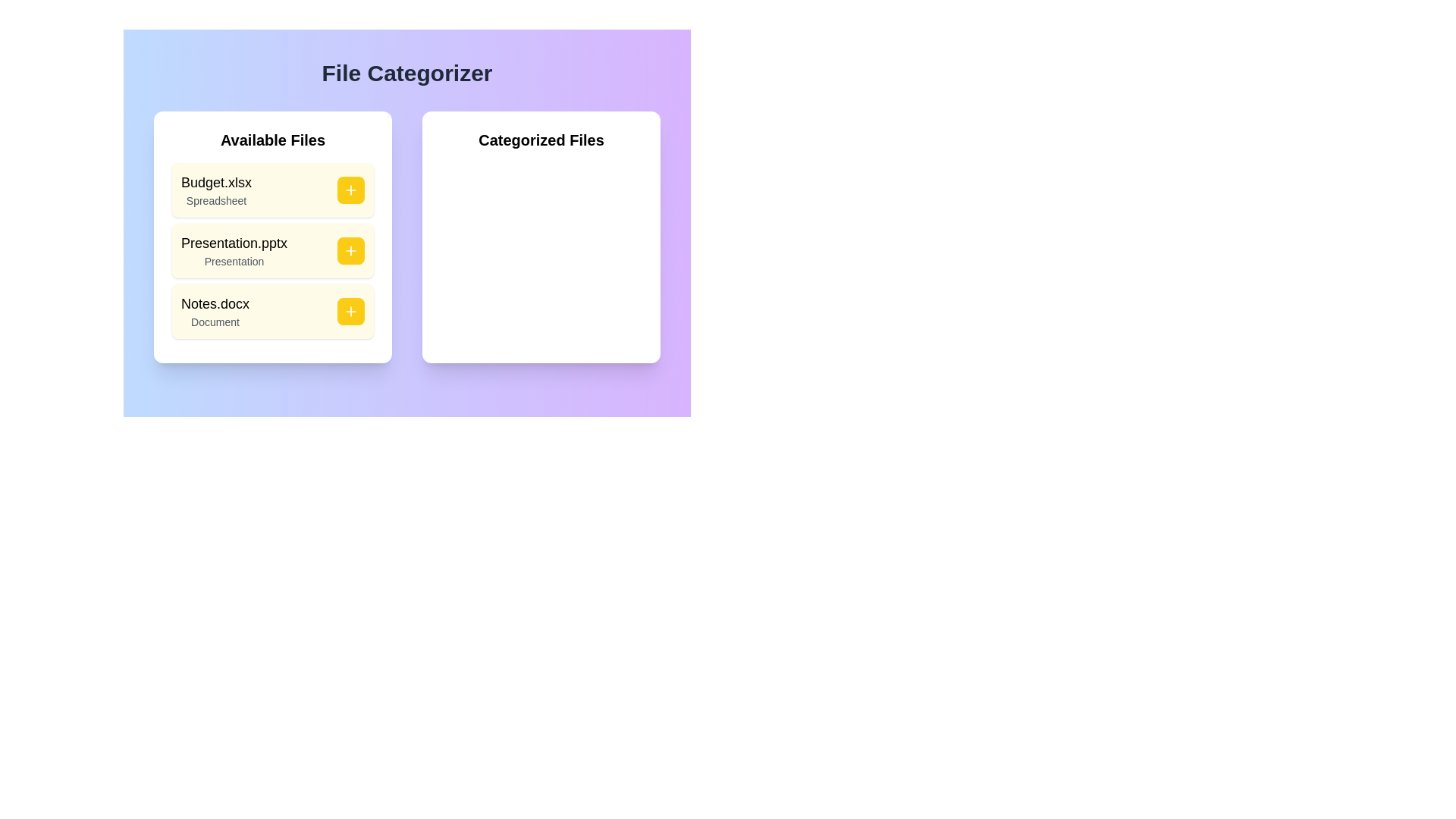 This screenshot has height=819, width=1456. What do you see at coordinates (234, 242) in the screenshot?
I see `the text label displaying the name of the specific file listed under 'Available Files', located in the second row between 'Budget.xlsx' and 'Notes.docx'` at bounding box center [234, 242].